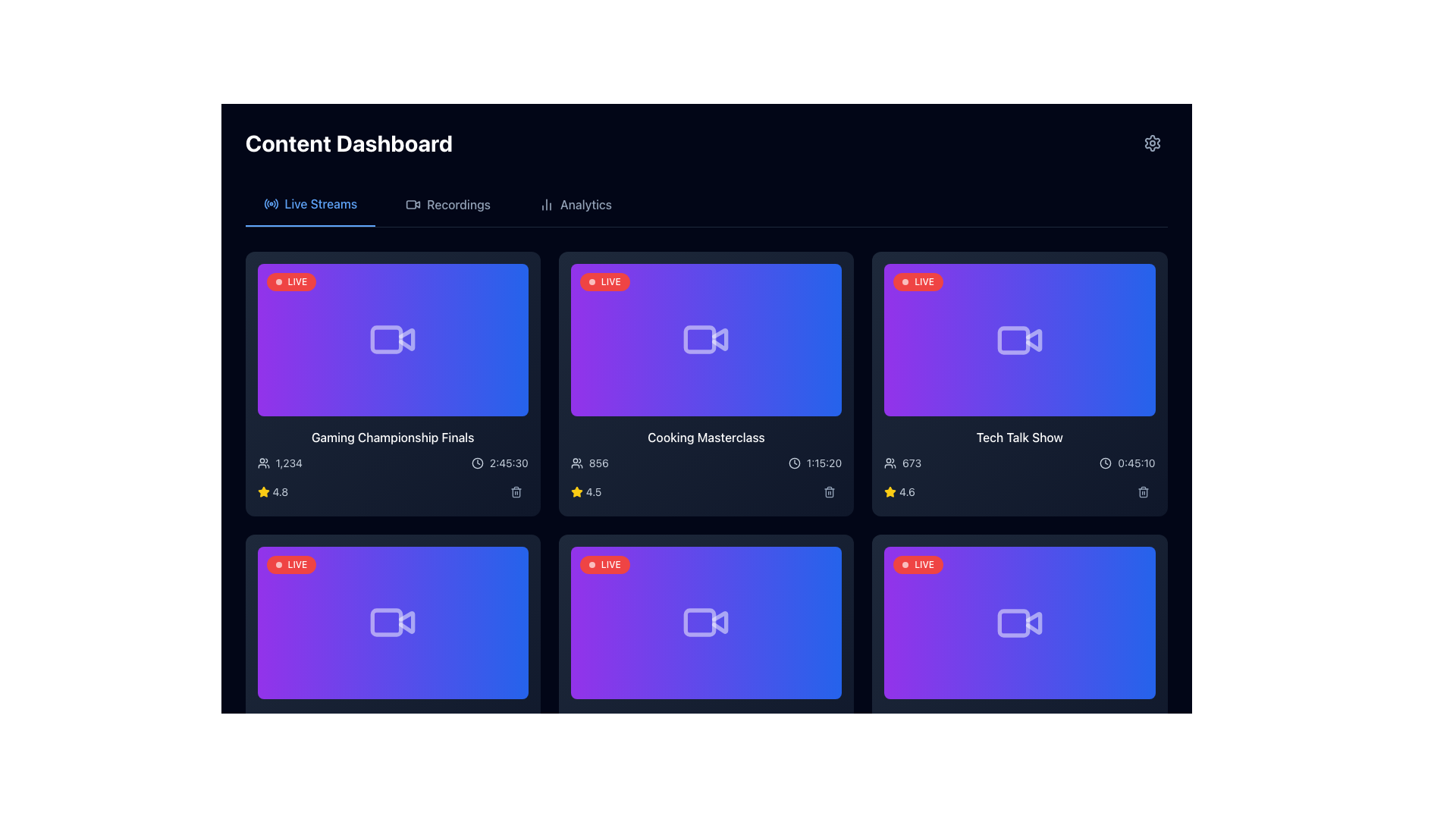  What do you see at coordinates (516, 491) in the screenshot?
I see `the trash can icon button located in the lower right corner of the video card, under the duration information and to the right of the rating star` at bounding box center [516, 491].